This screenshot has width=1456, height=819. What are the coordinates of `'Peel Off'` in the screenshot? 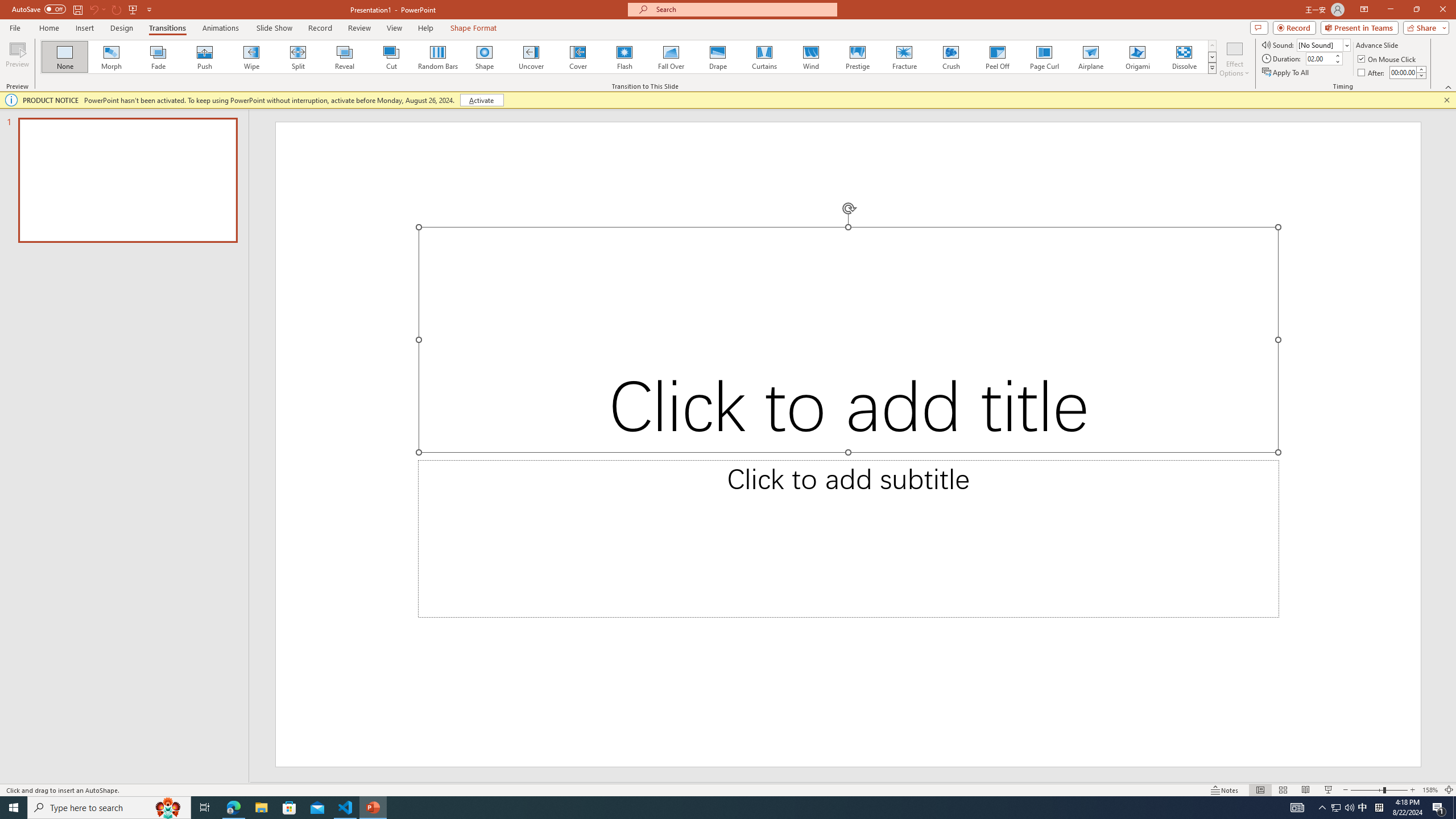 It's located at (996, 56).